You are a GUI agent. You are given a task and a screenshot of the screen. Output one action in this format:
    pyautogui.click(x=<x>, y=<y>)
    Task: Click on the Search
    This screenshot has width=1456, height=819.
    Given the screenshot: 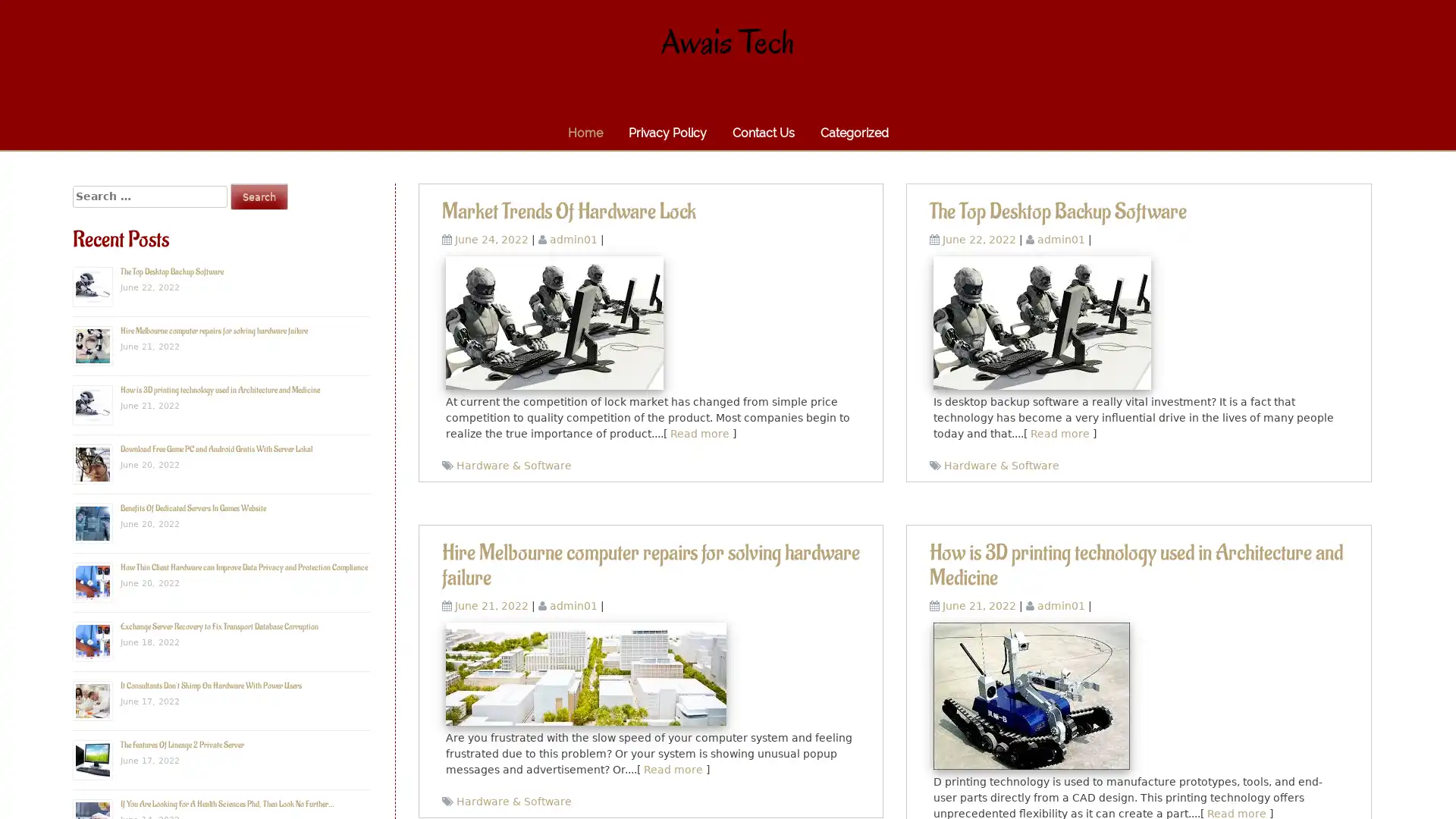 What is the action you would take?
    pyautogui.click(x=259, y=196)
    